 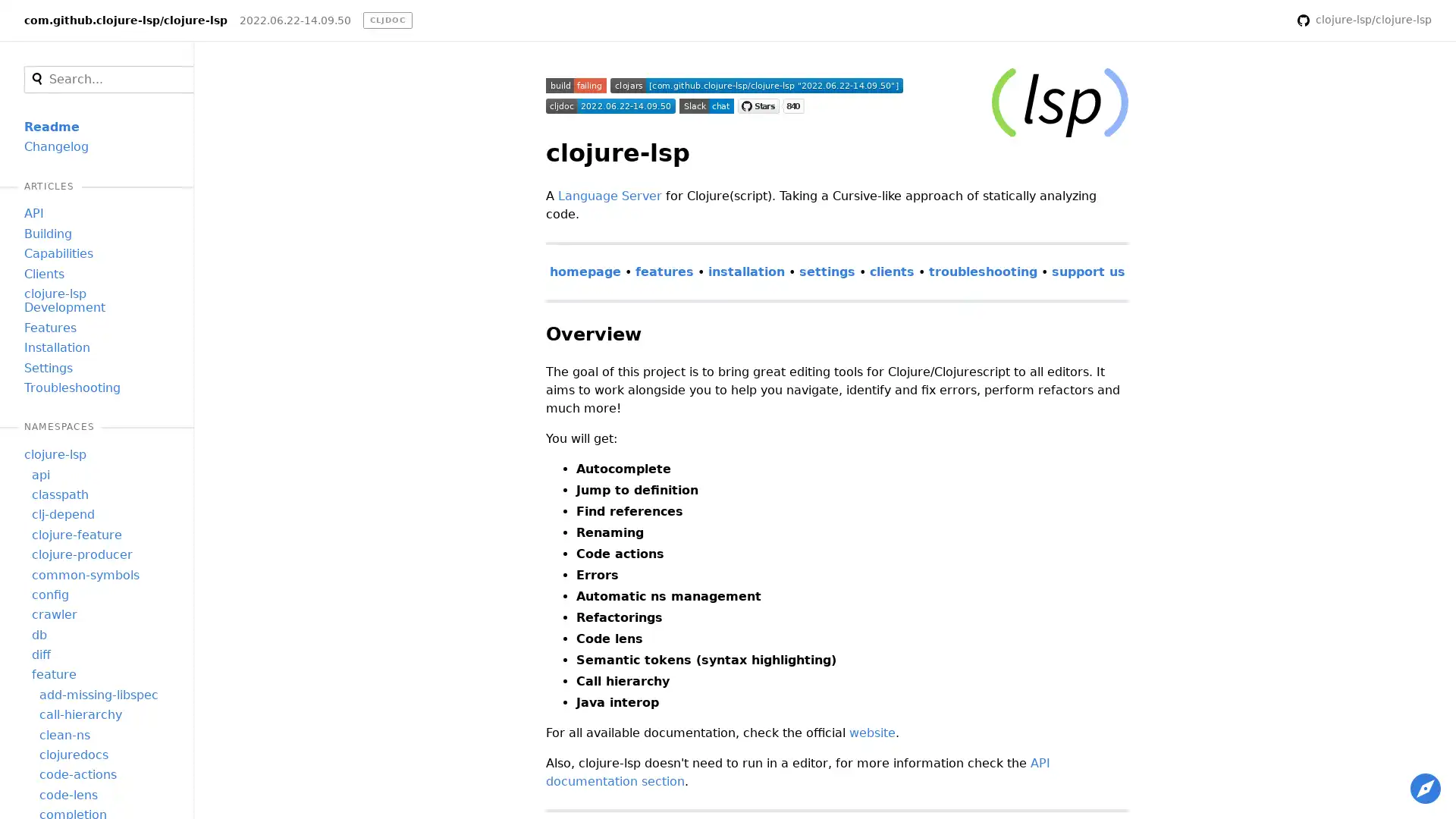 What do you see at coordinates (1265, 20) in the screenshot?
I see `rebuild` at bounding box center [1265, 20].